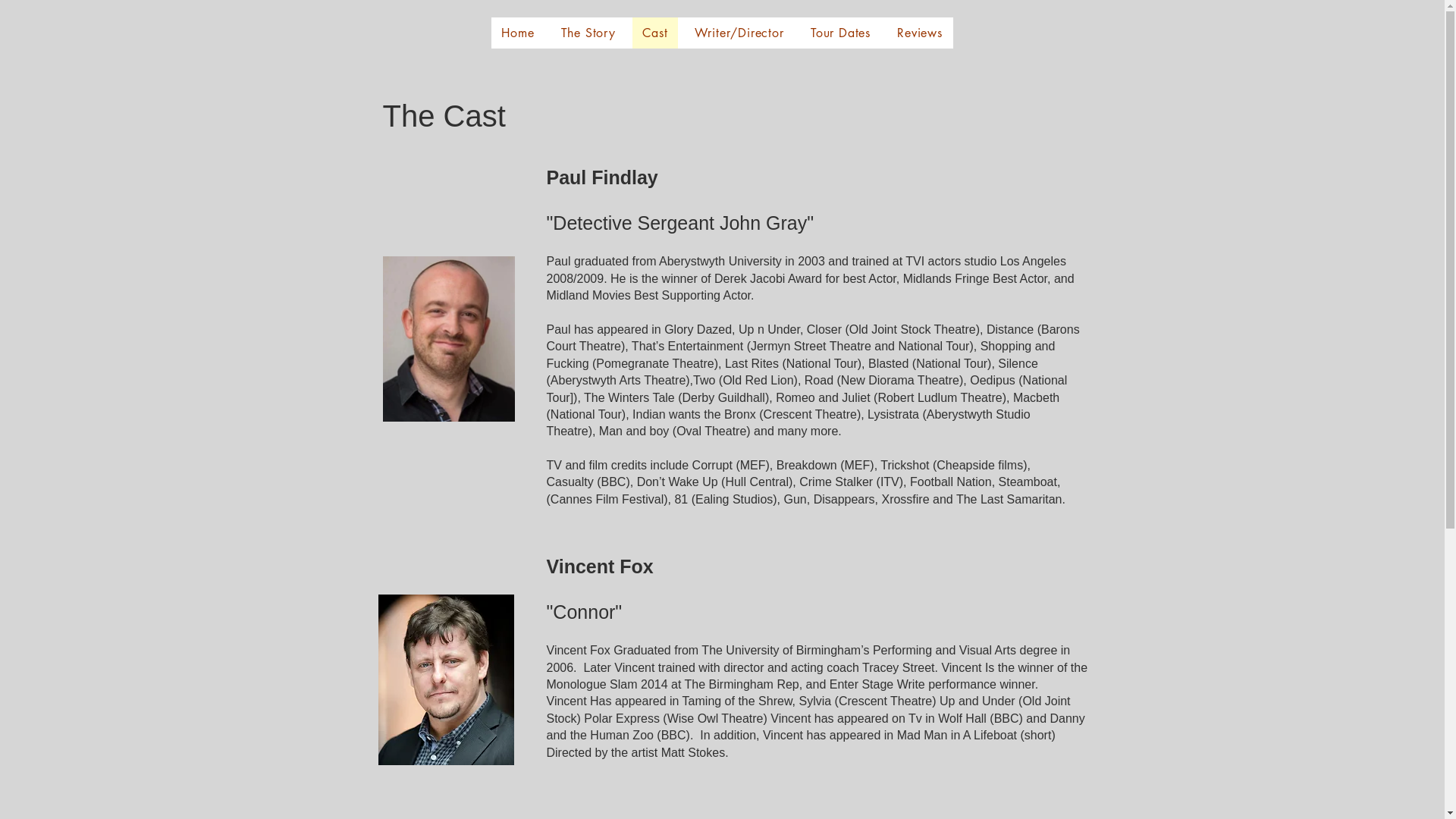 The image size is (1456, 819). Describe the element at coordinates (887, 33) in the screenshot. I see `'Reviews'` at that location.